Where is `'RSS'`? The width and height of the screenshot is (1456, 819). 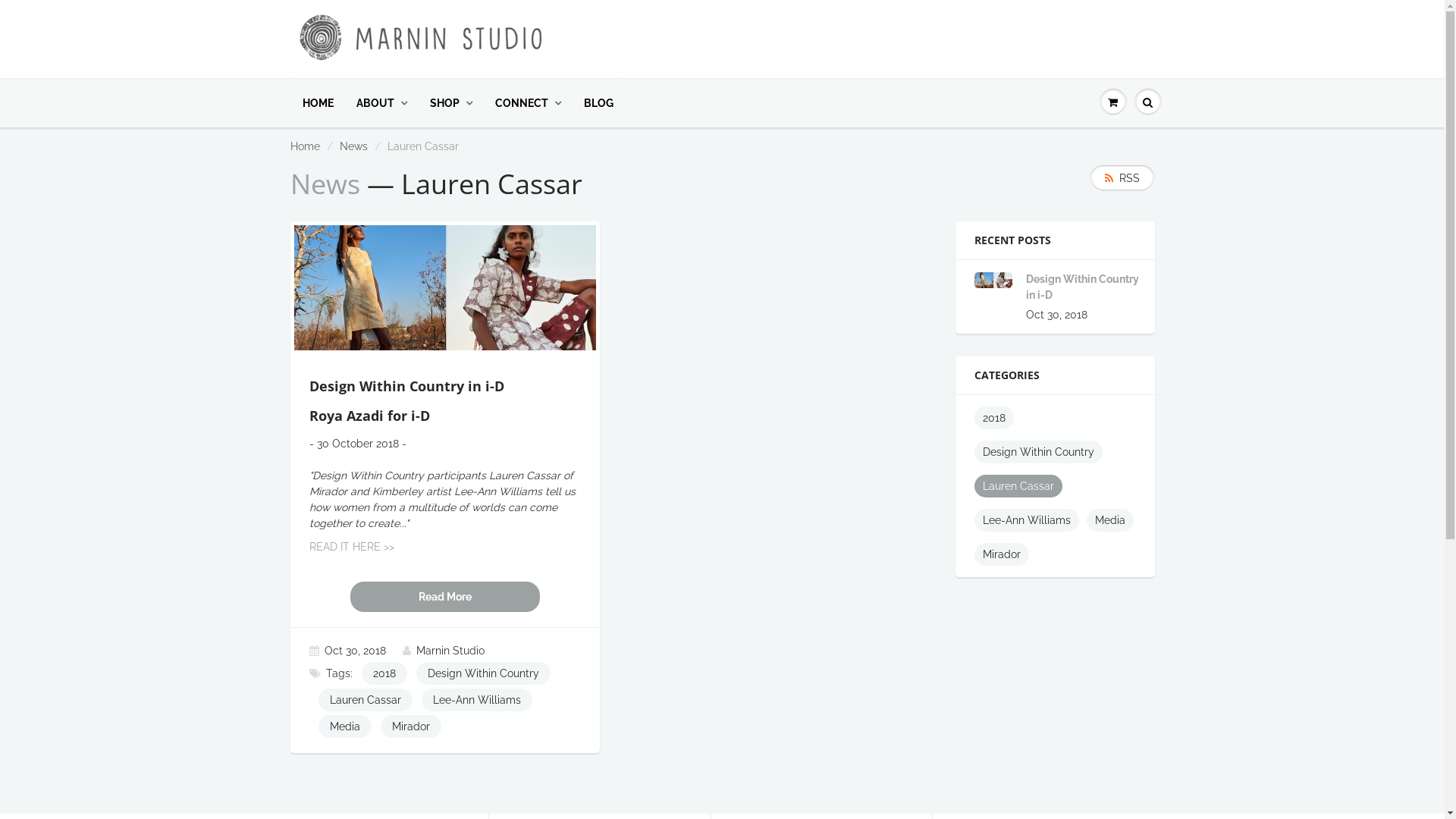
'RSS' is located at coordinates (1121, 177).